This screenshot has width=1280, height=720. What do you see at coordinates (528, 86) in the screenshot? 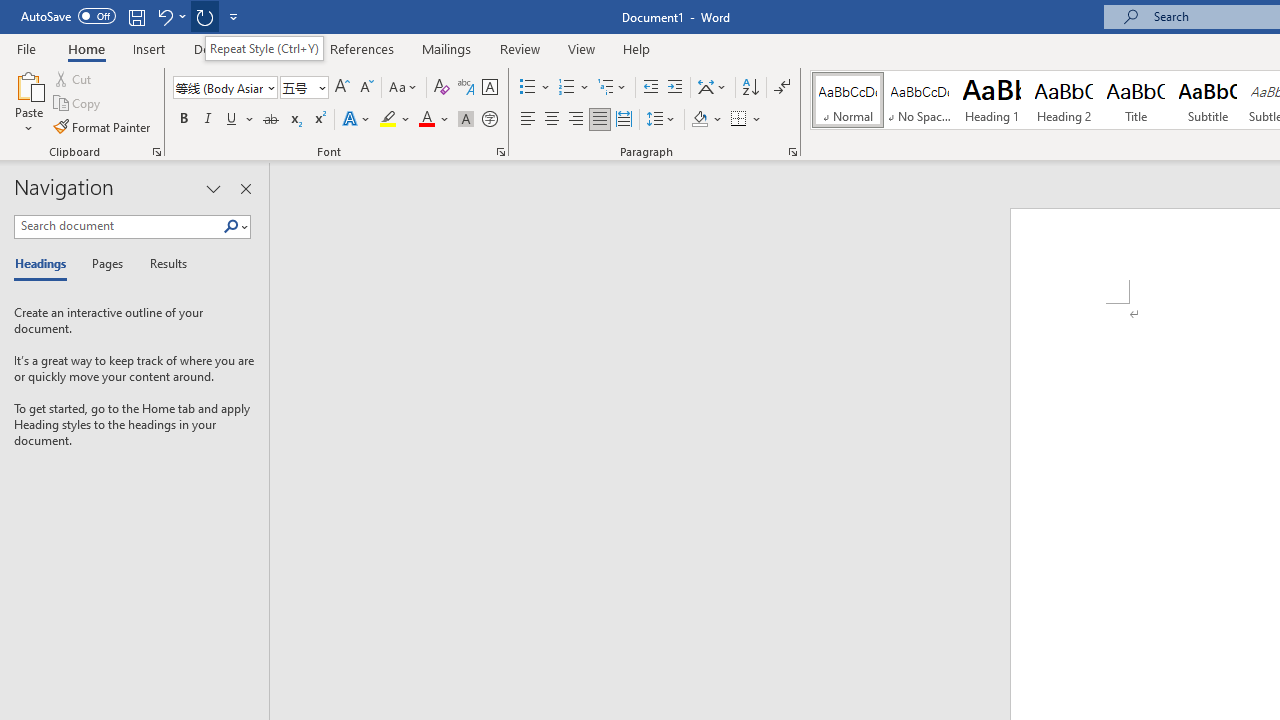
I see `'Bullets'` at bounding box center [528, 86].